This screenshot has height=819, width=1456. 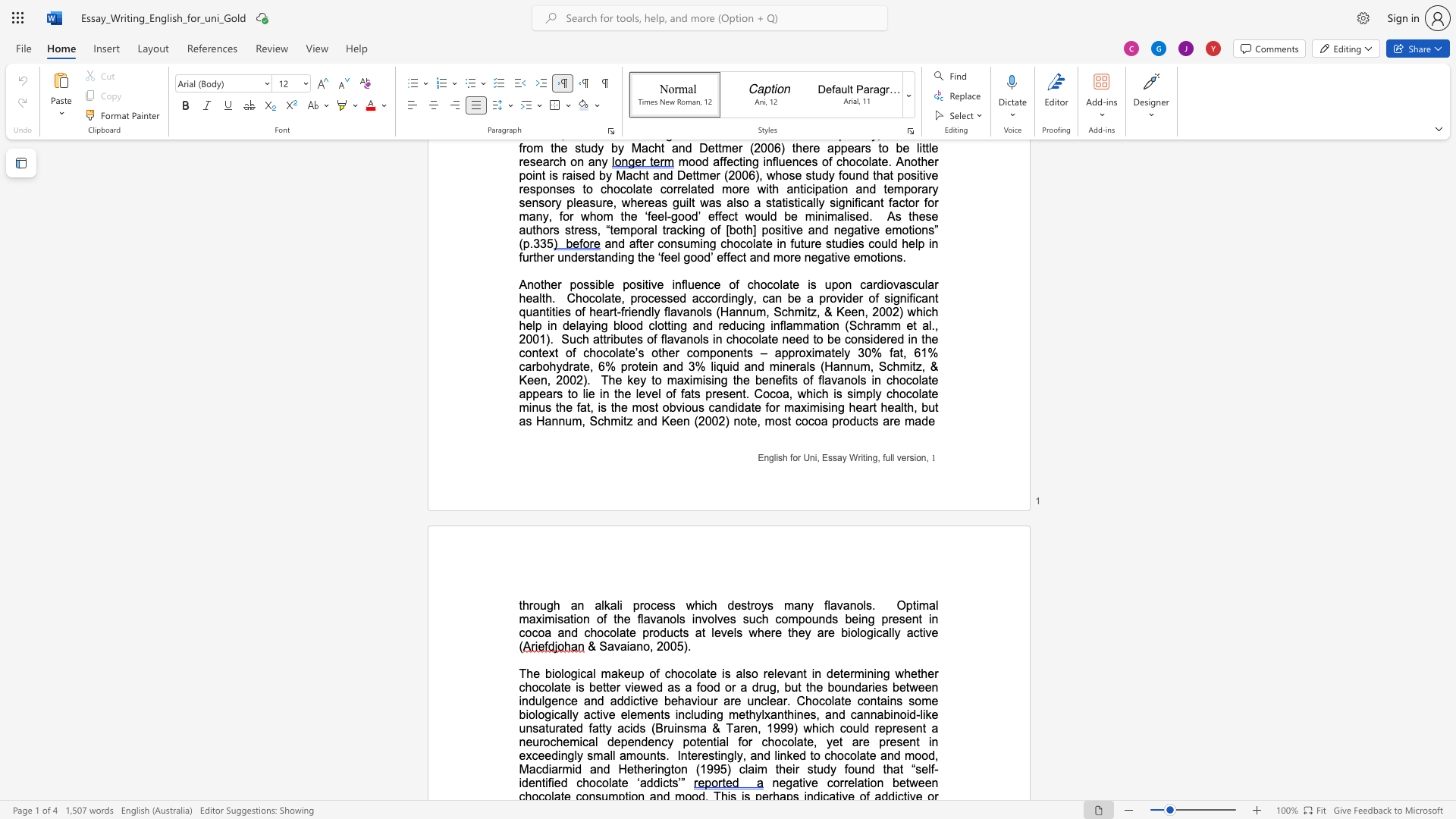 I want to click on the 3th character "s" in the text, so click(x=744, y=604).